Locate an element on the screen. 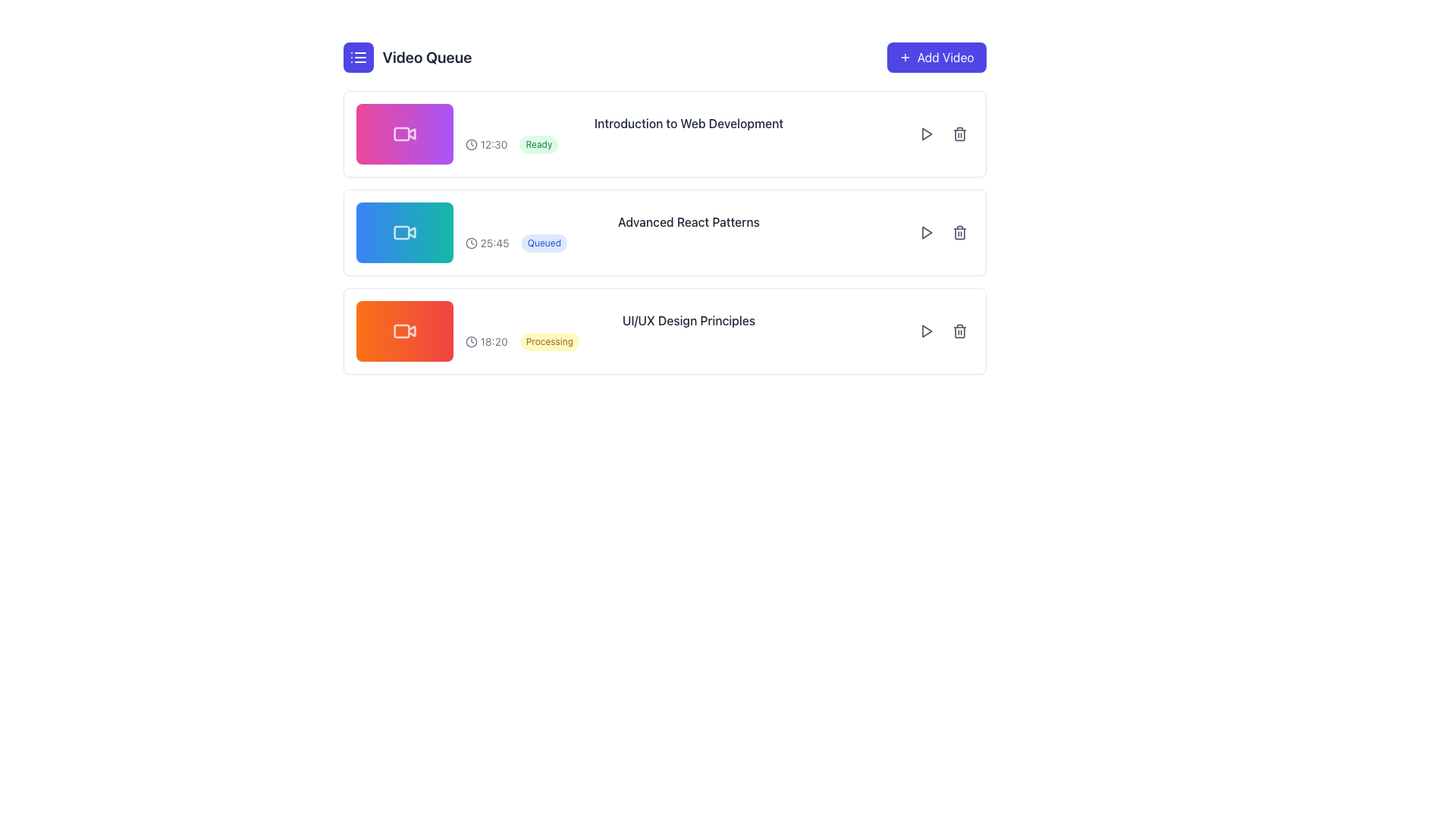 This screenshot has height=819, width=1456. text from the pill-shaped label that displays 'Processing' with a yellow background, located in the third row of the video items list is located at coordinates (548, 342).